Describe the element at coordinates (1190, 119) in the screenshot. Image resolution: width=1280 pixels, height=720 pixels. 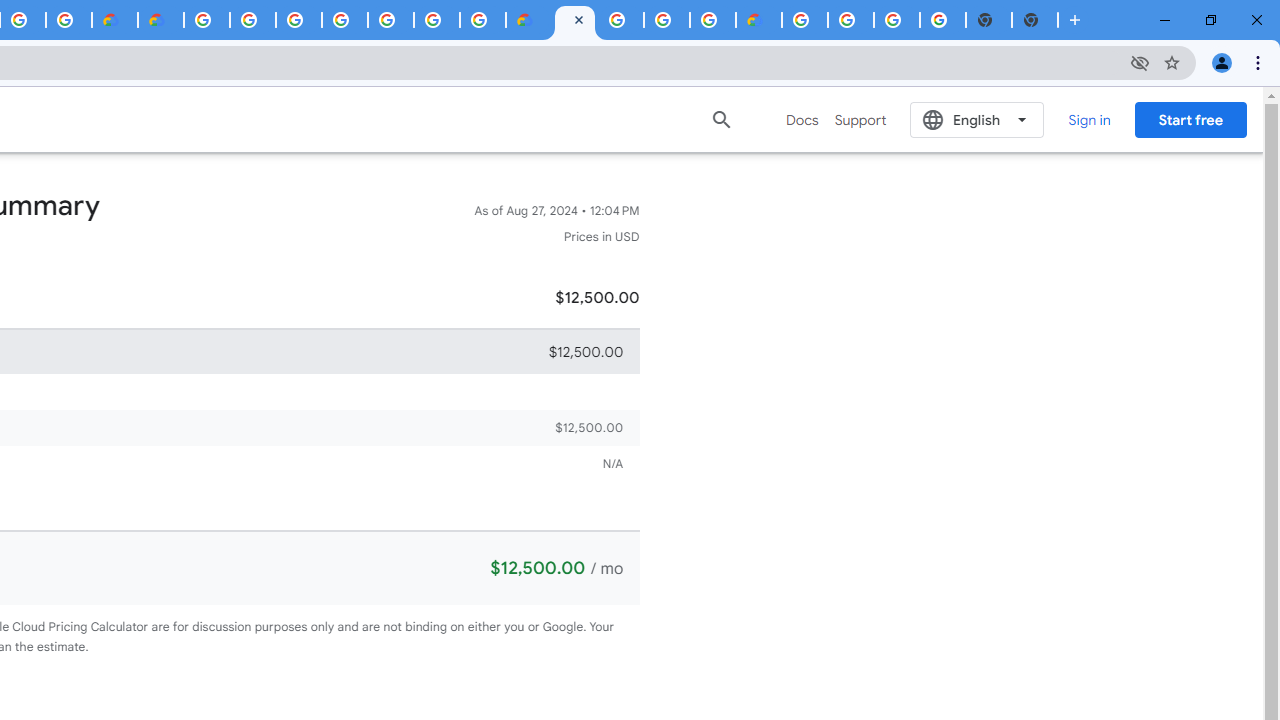
I see `'Start free'` at that location.